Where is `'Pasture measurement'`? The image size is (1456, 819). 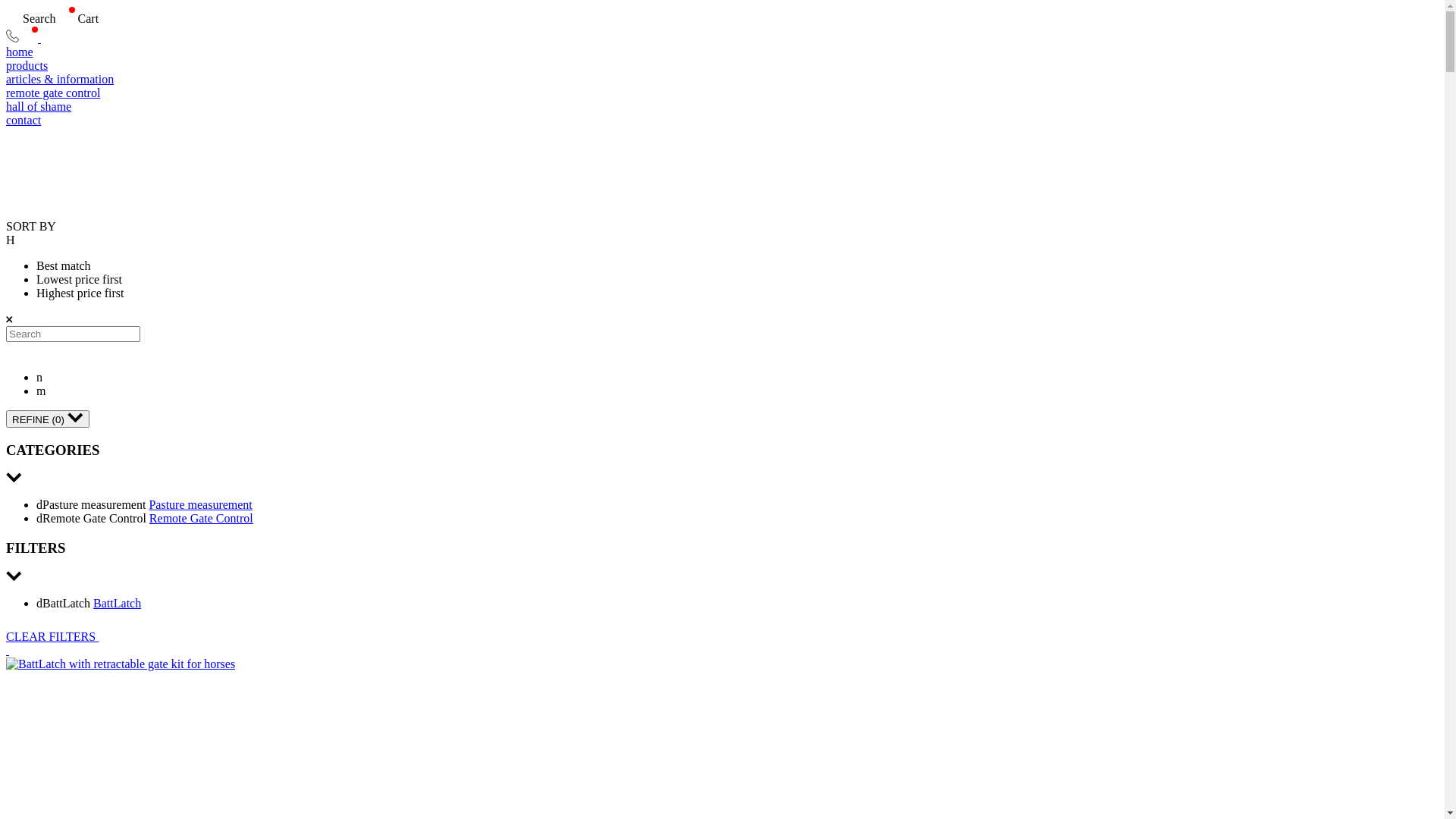
'Pasture measurement' is located at coordinates (199, 504).